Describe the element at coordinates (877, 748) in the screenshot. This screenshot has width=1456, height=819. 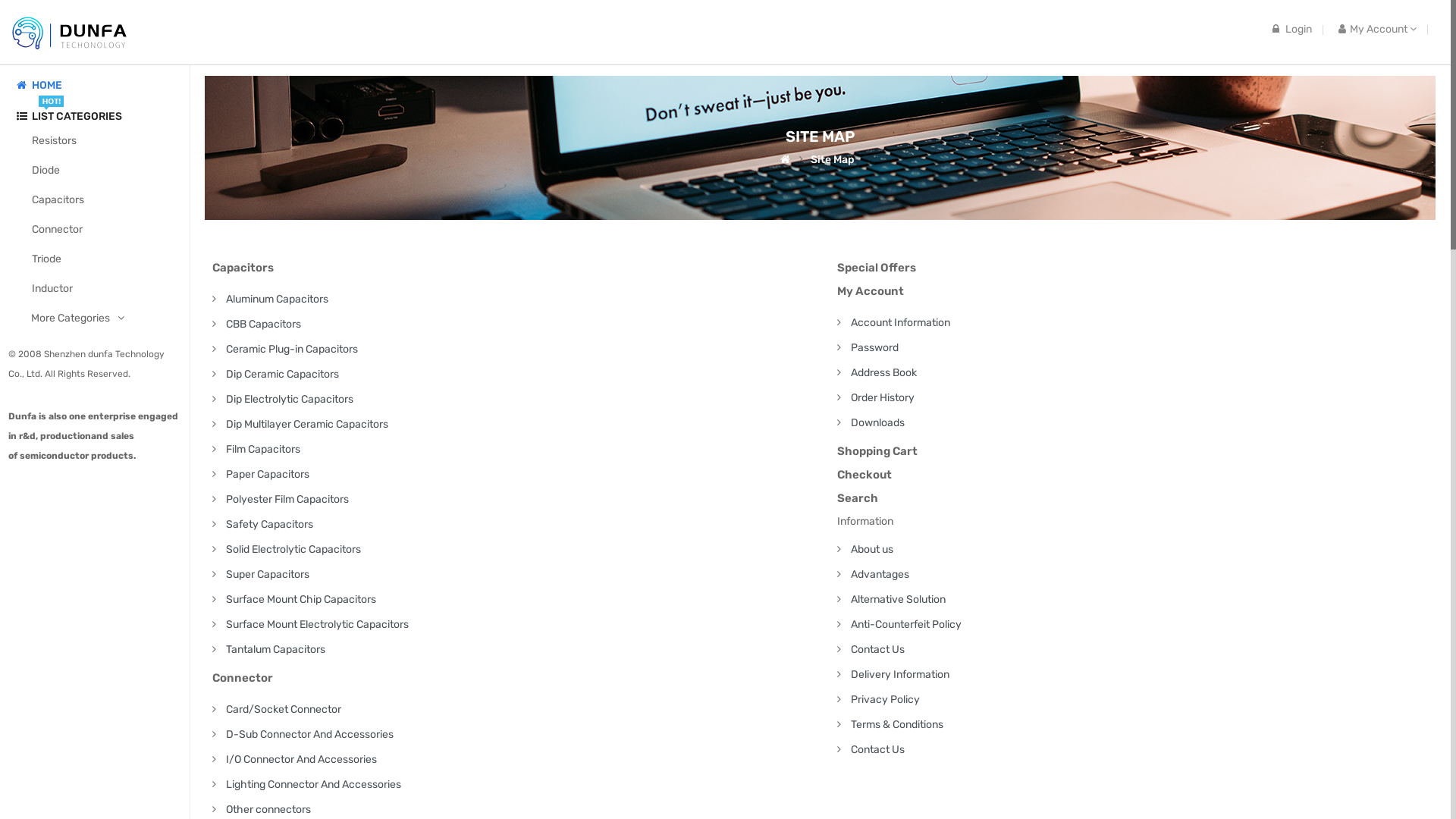
I see `'Contact Us'` at that location.